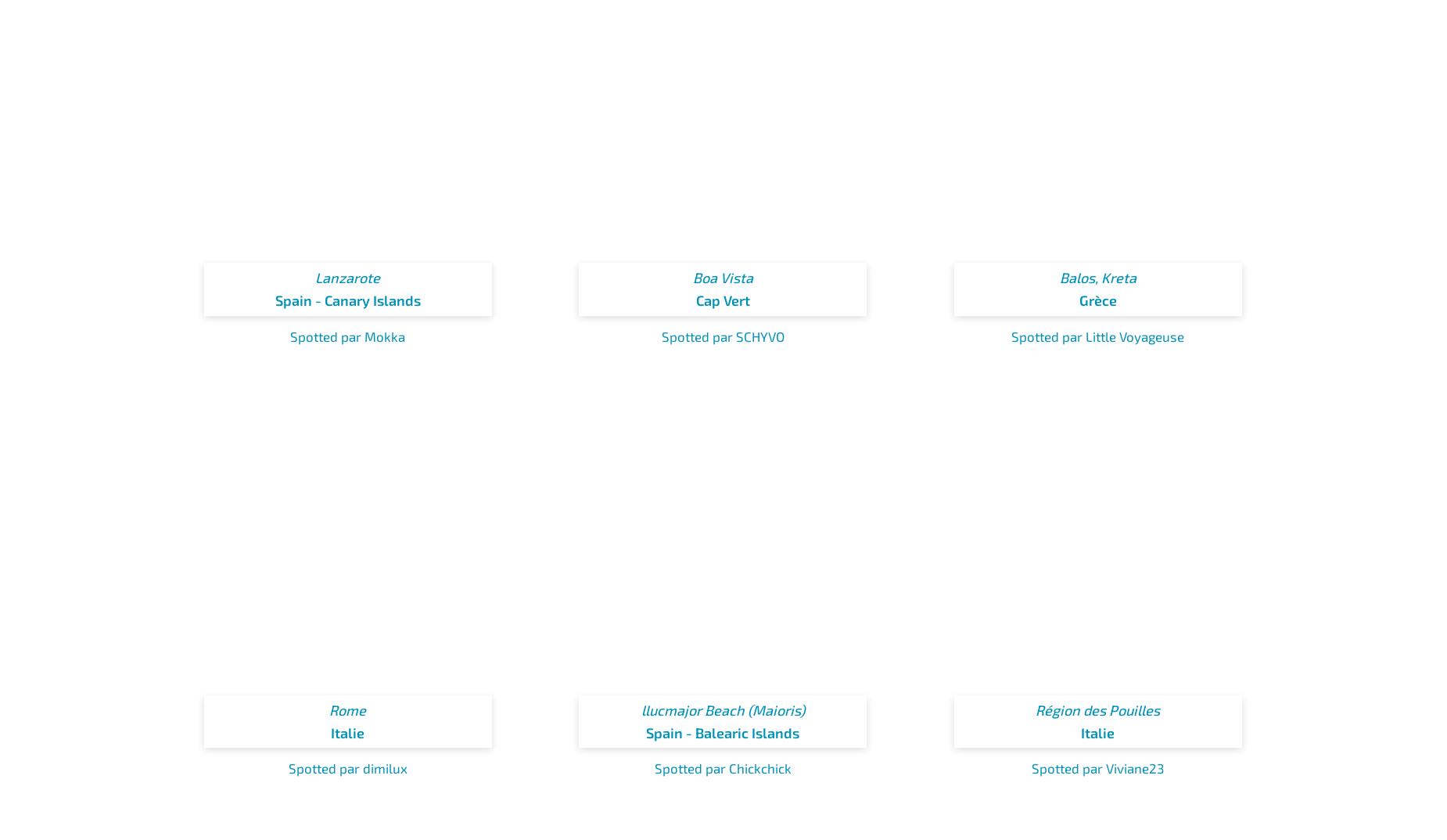 The image size is (1447, 840). I want to click on 'Balos, Kreta', so click(1097, 276).